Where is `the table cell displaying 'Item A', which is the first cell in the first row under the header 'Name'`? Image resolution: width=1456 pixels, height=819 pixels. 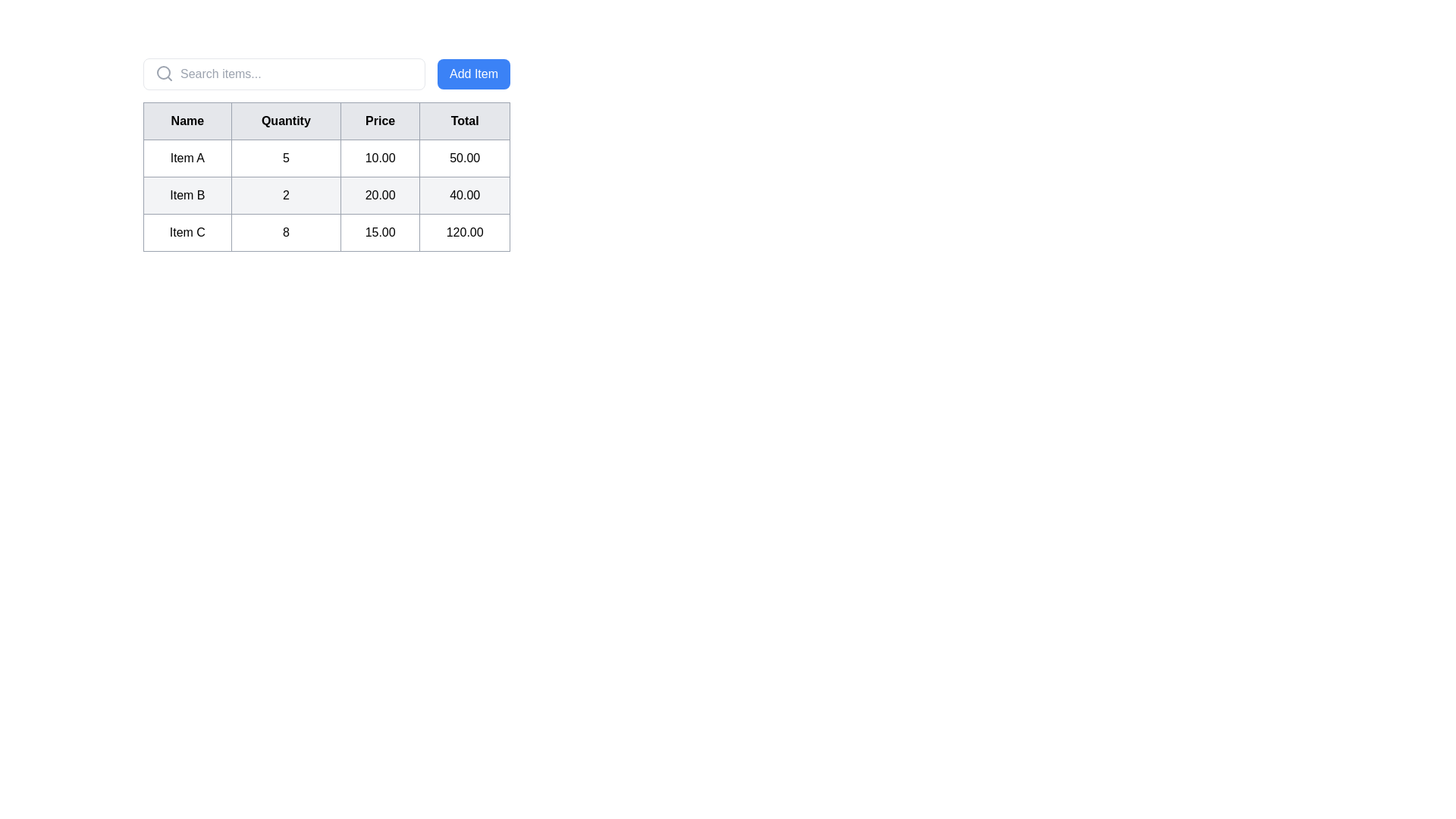 the table cell displaying 'Item A', which is the first cell in the first row under the header 'Name' is located at coordinates (187, 158).